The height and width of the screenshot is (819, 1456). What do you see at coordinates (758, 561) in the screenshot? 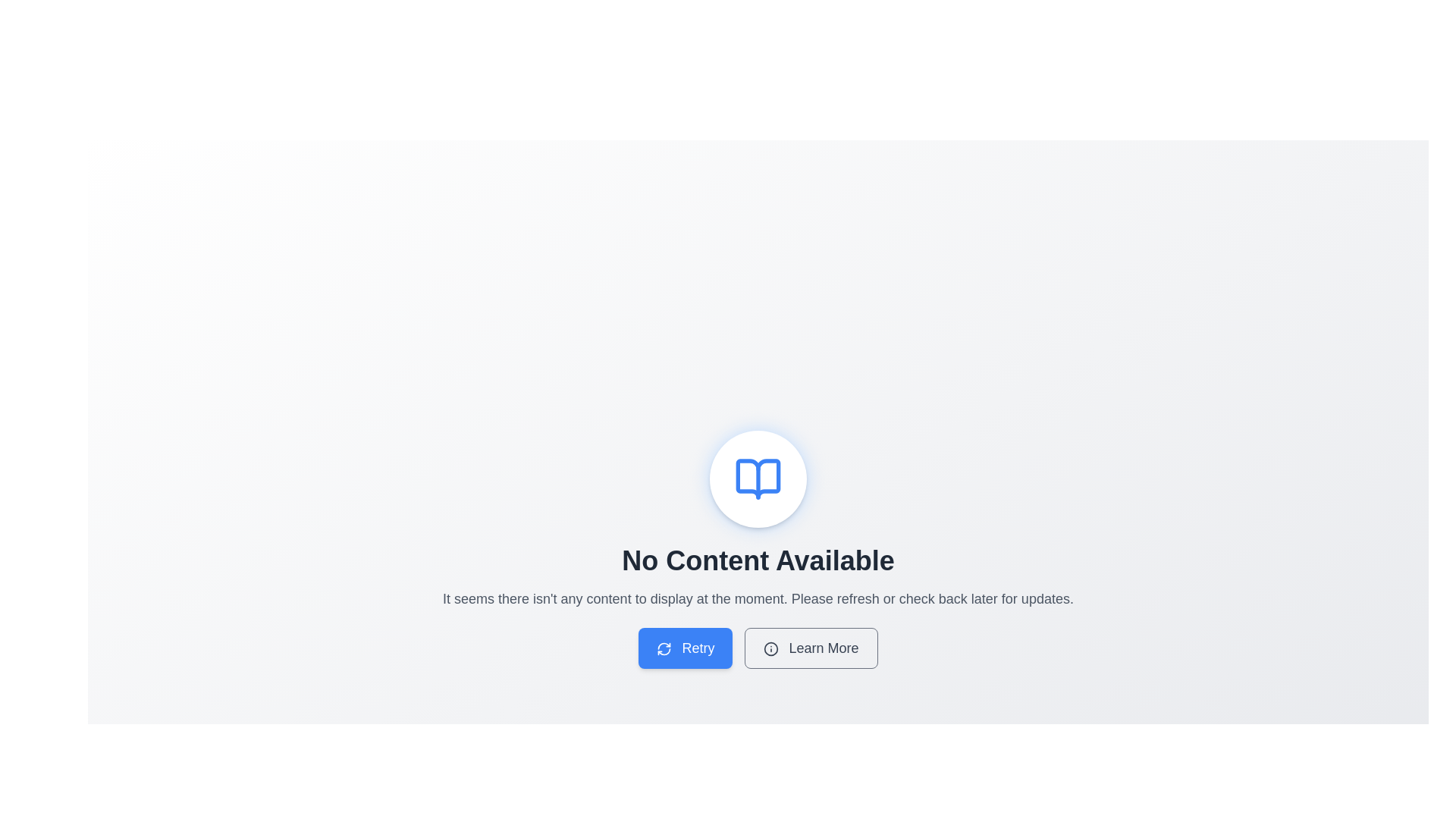
I see `the bold text saying 'No Content Available' that is centrally aligned within the message card` at bounding box center [758, 561].